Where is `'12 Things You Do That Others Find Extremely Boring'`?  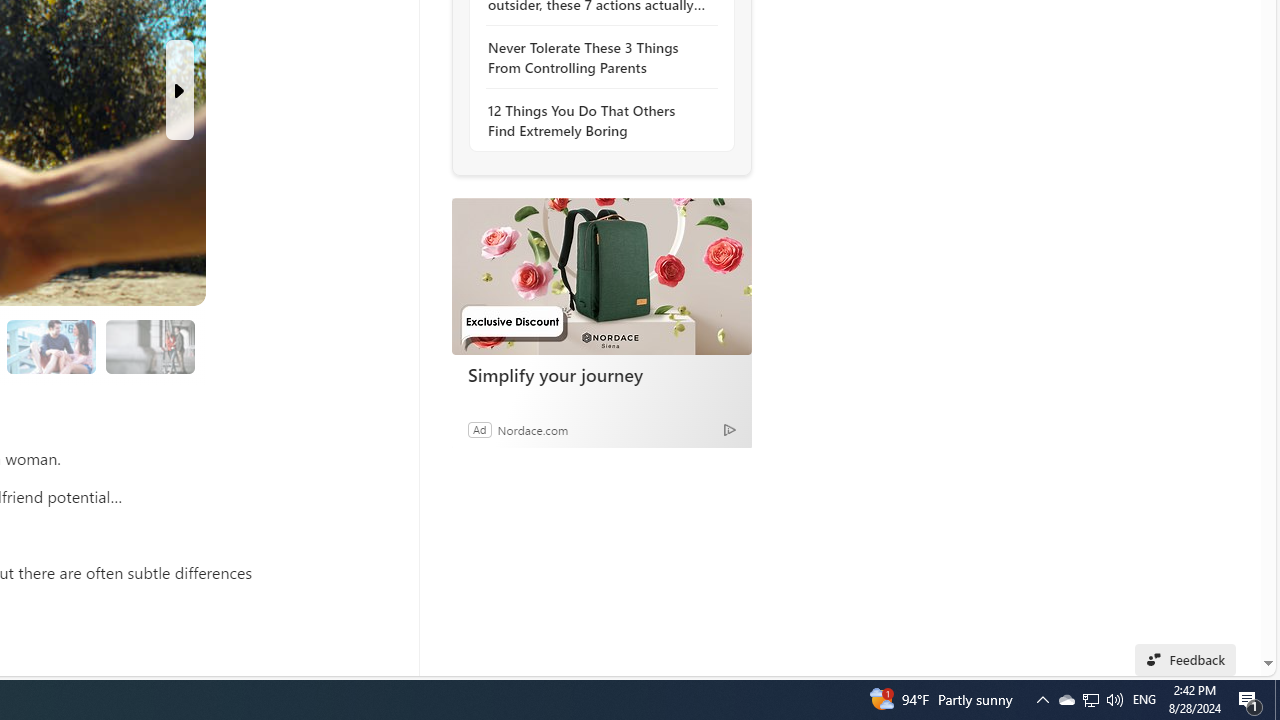 '12 Things You Do That Others Find Extremely Boring' is located at coordinates (595, 120).